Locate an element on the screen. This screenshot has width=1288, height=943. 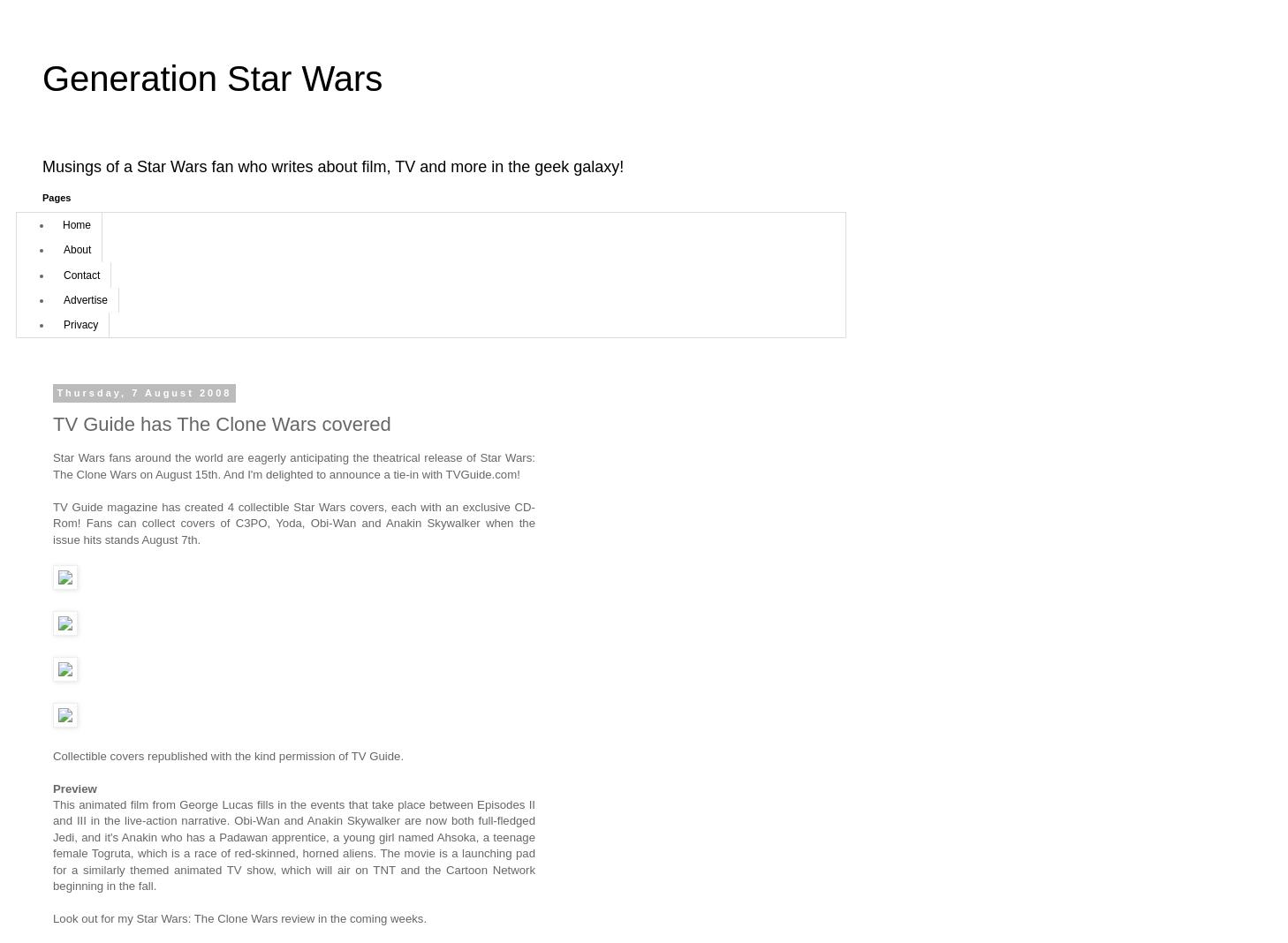
'Preview' is located at coordinates (73, 787).